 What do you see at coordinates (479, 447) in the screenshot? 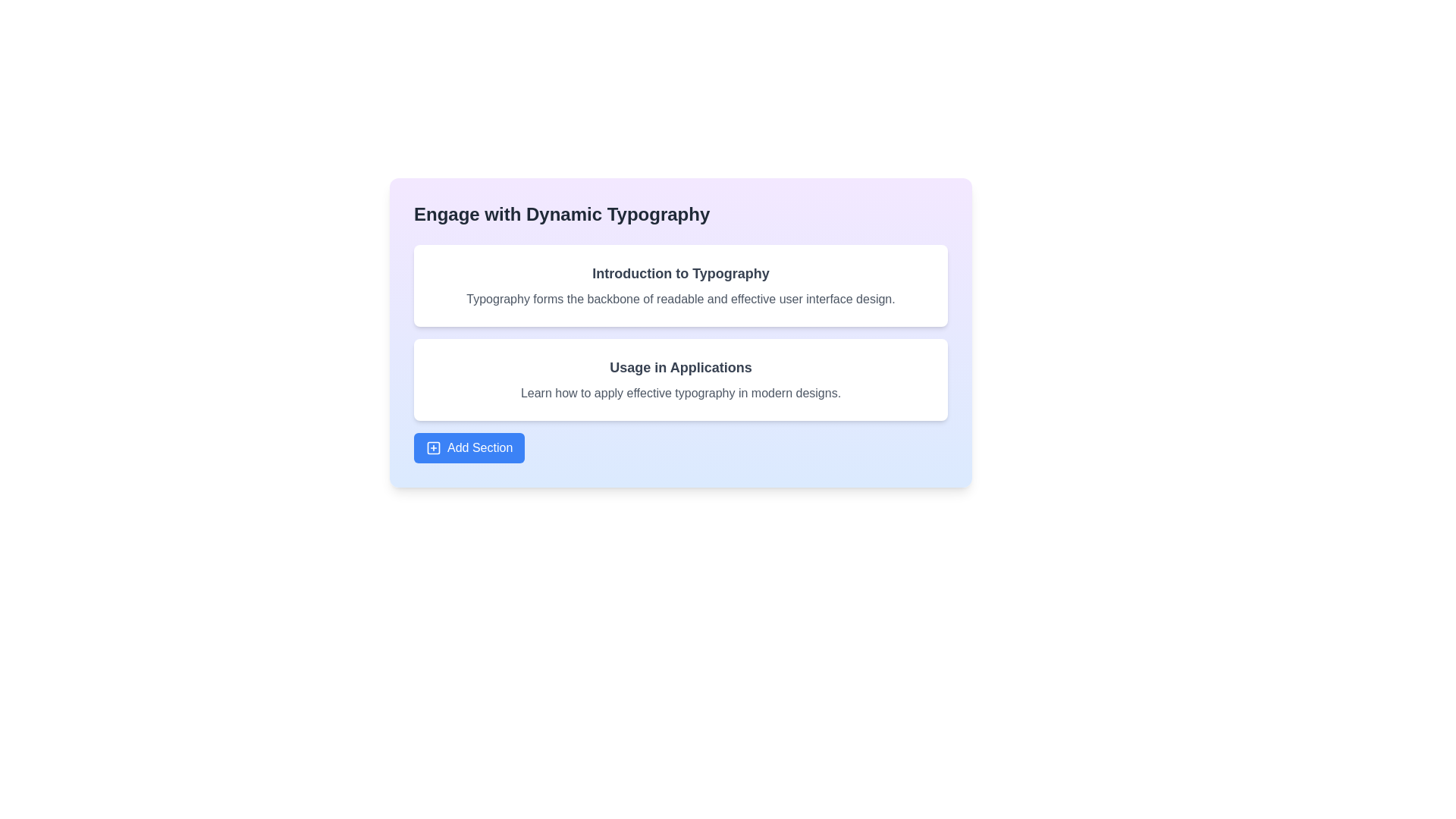
I see `the 'Add Section' text label which is styled with white text on a blue background and located at the lower-center of the interface, directly below the primary content sections` at bounding box center [479, 447].